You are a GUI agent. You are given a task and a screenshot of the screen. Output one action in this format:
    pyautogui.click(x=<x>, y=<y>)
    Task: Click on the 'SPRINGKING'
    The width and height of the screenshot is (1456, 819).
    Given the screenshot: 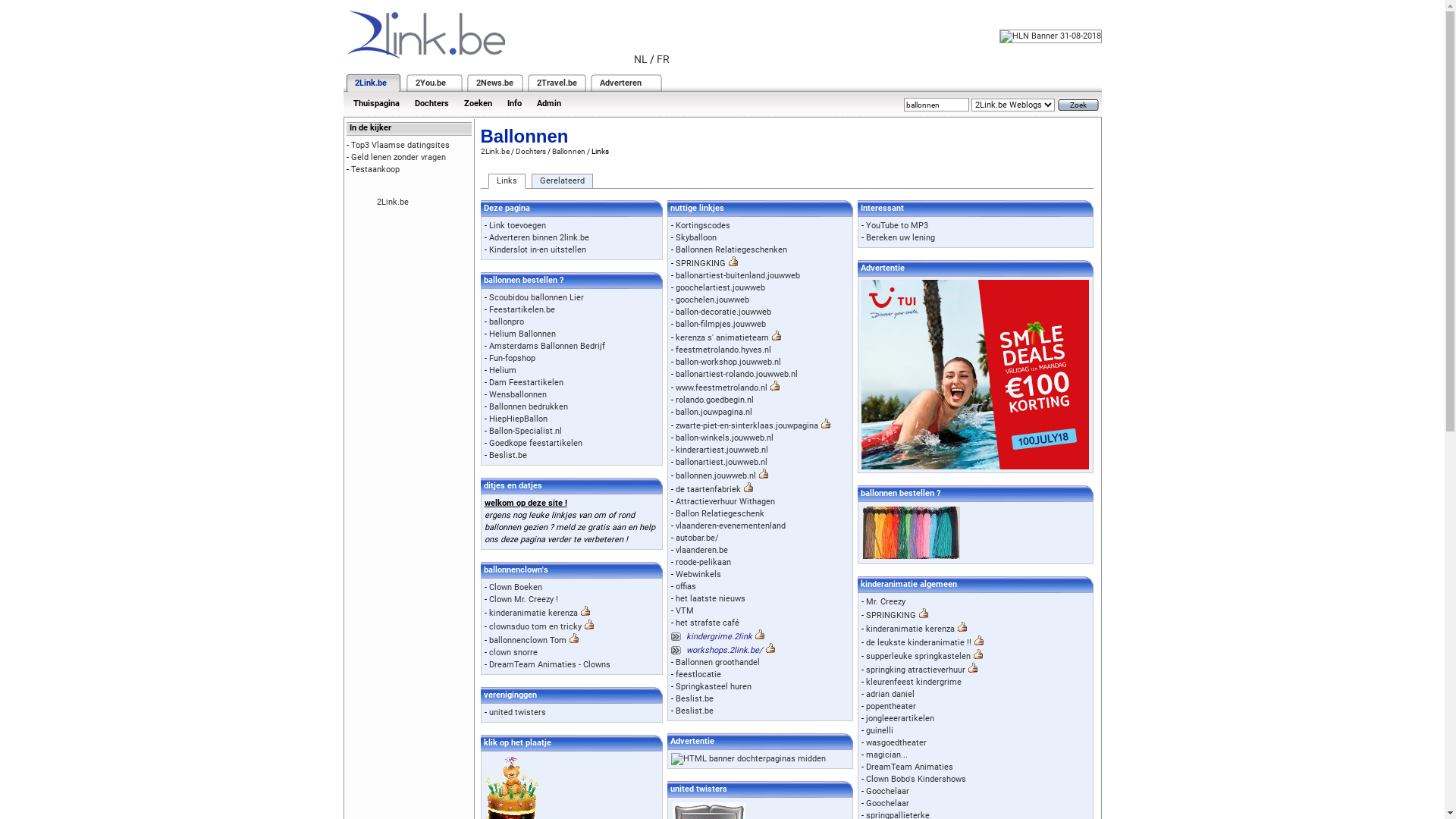 What is the action you would take?
    pyautogui.click(x=891, y=615)
    